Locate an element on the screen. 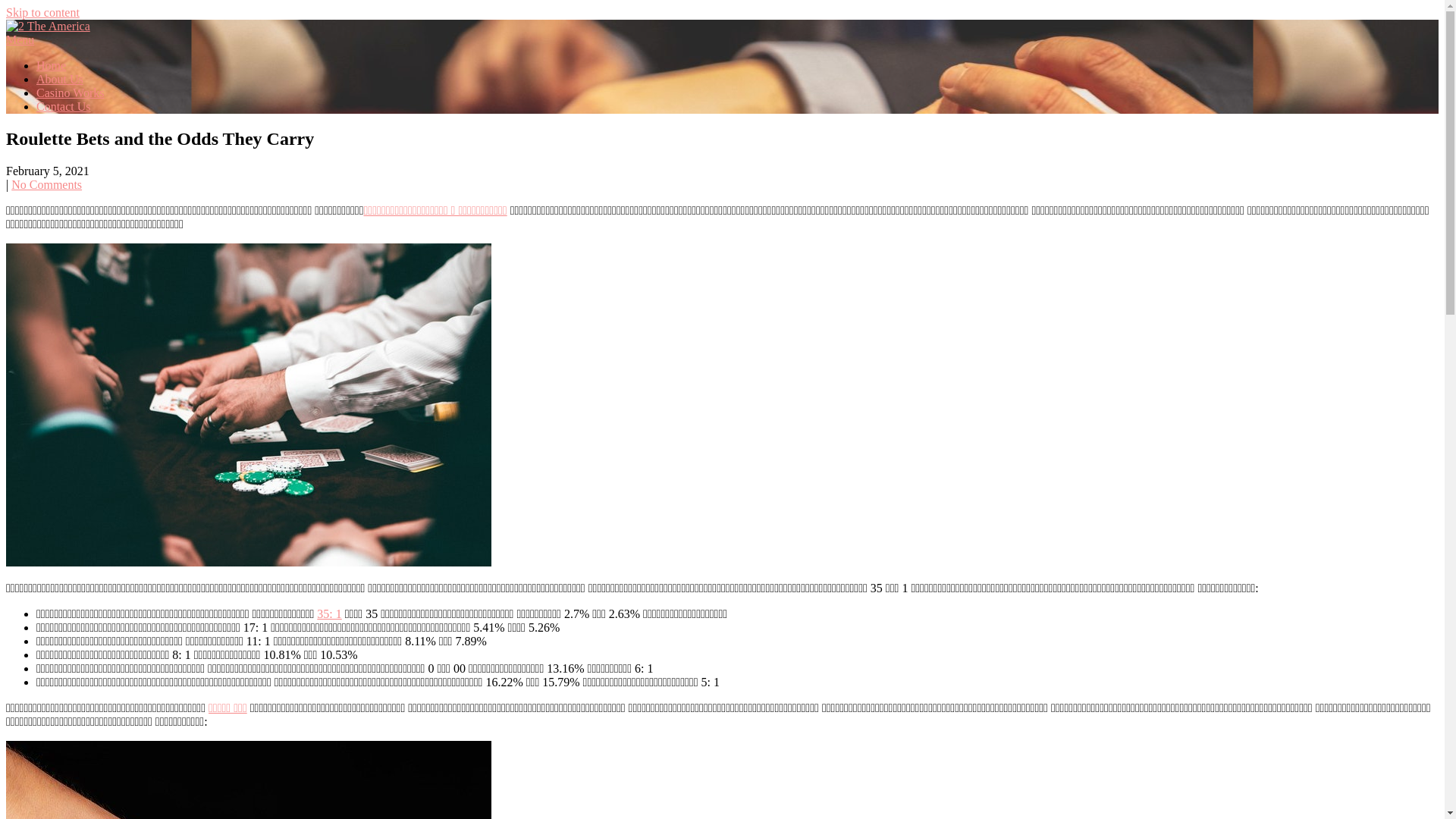  'Contact Us' is located at coordinates (62, 105).